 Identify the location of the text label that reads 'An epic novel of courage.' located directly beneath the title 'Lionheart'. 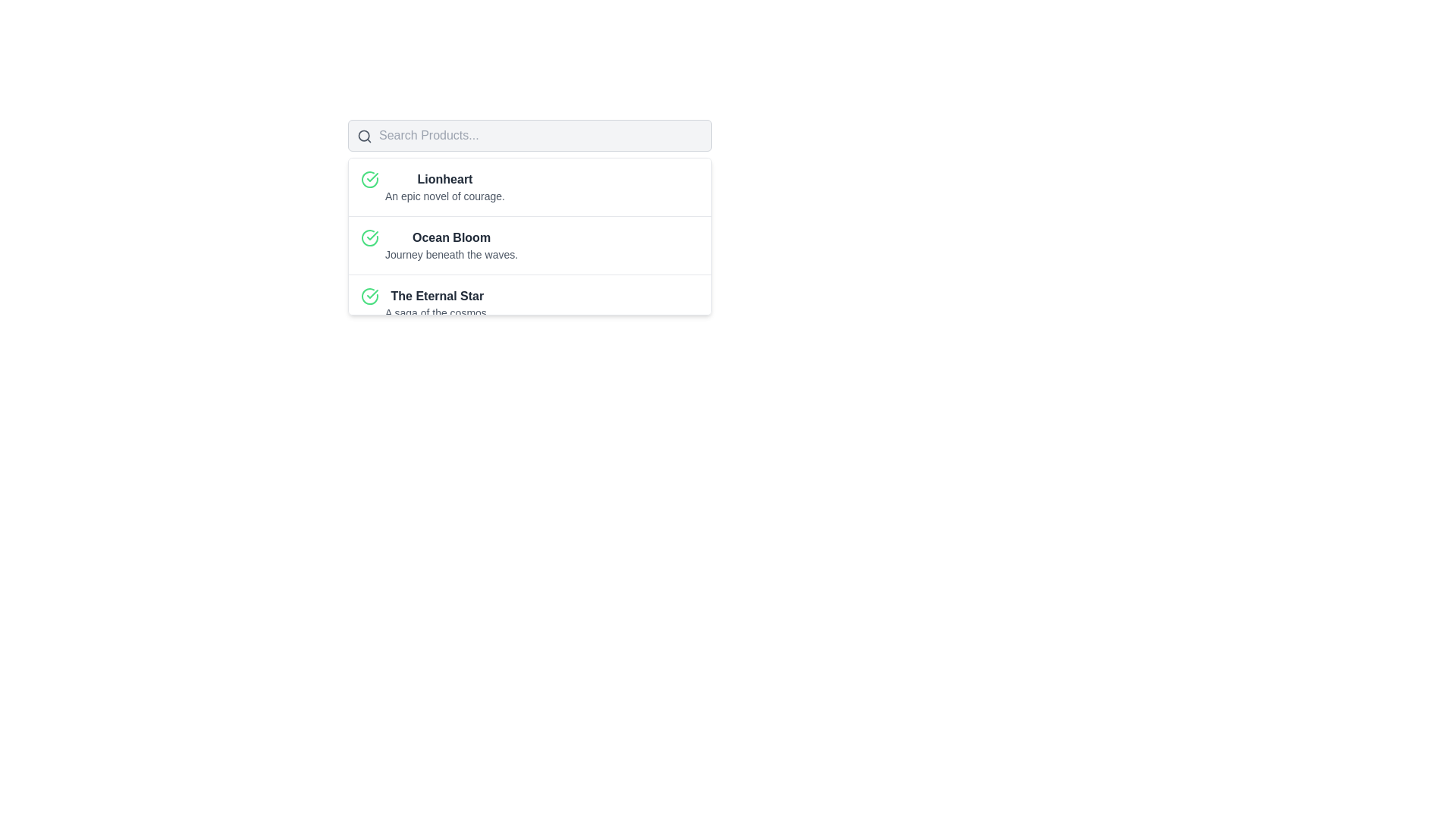
(444, 195).